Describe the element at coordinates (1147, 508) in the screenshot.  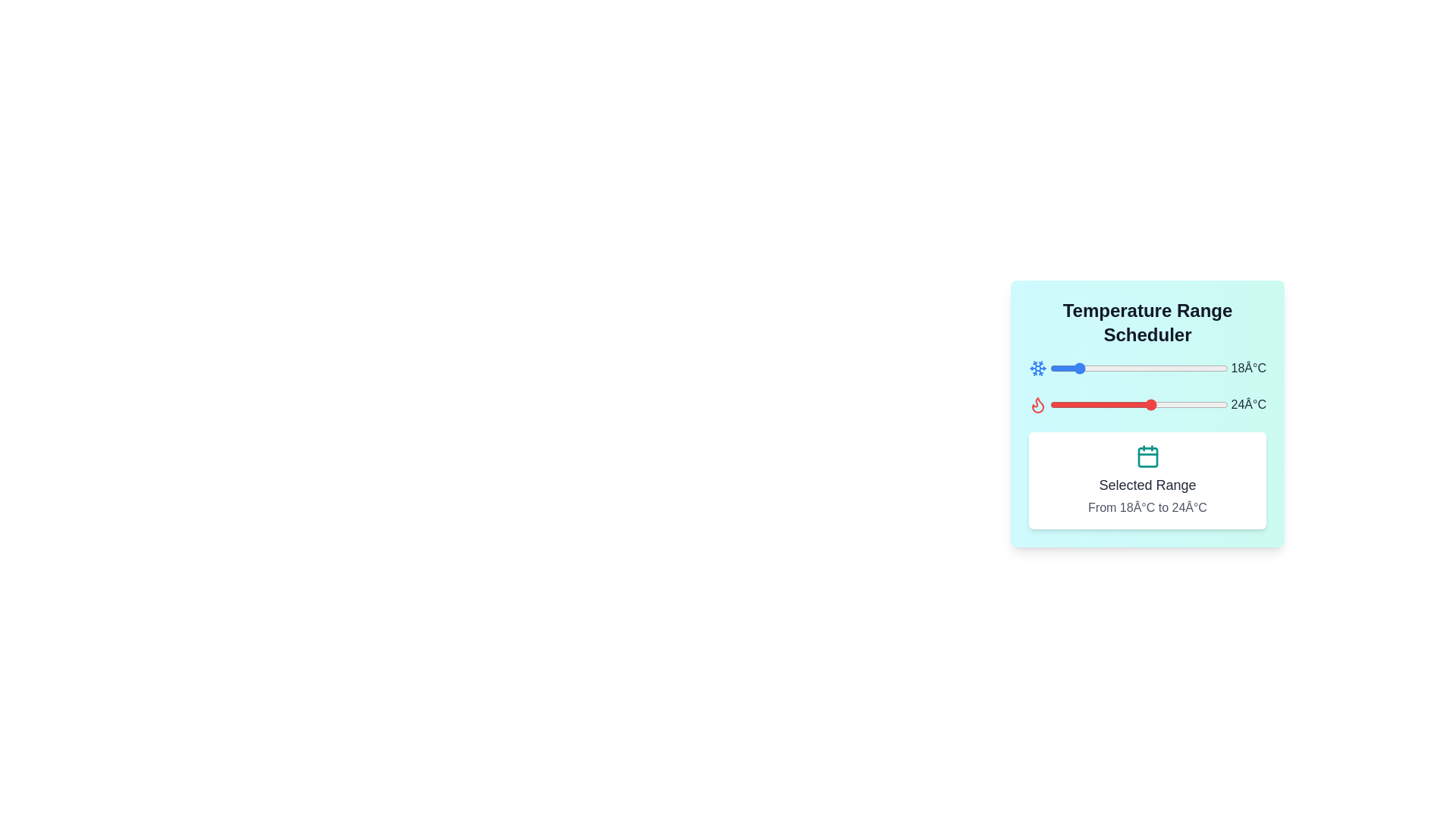
I see `the text label displaying the temperature range 'From 18°C to 24°C', which is styled in gray font and located below the header 'Selected Range'` at that location.